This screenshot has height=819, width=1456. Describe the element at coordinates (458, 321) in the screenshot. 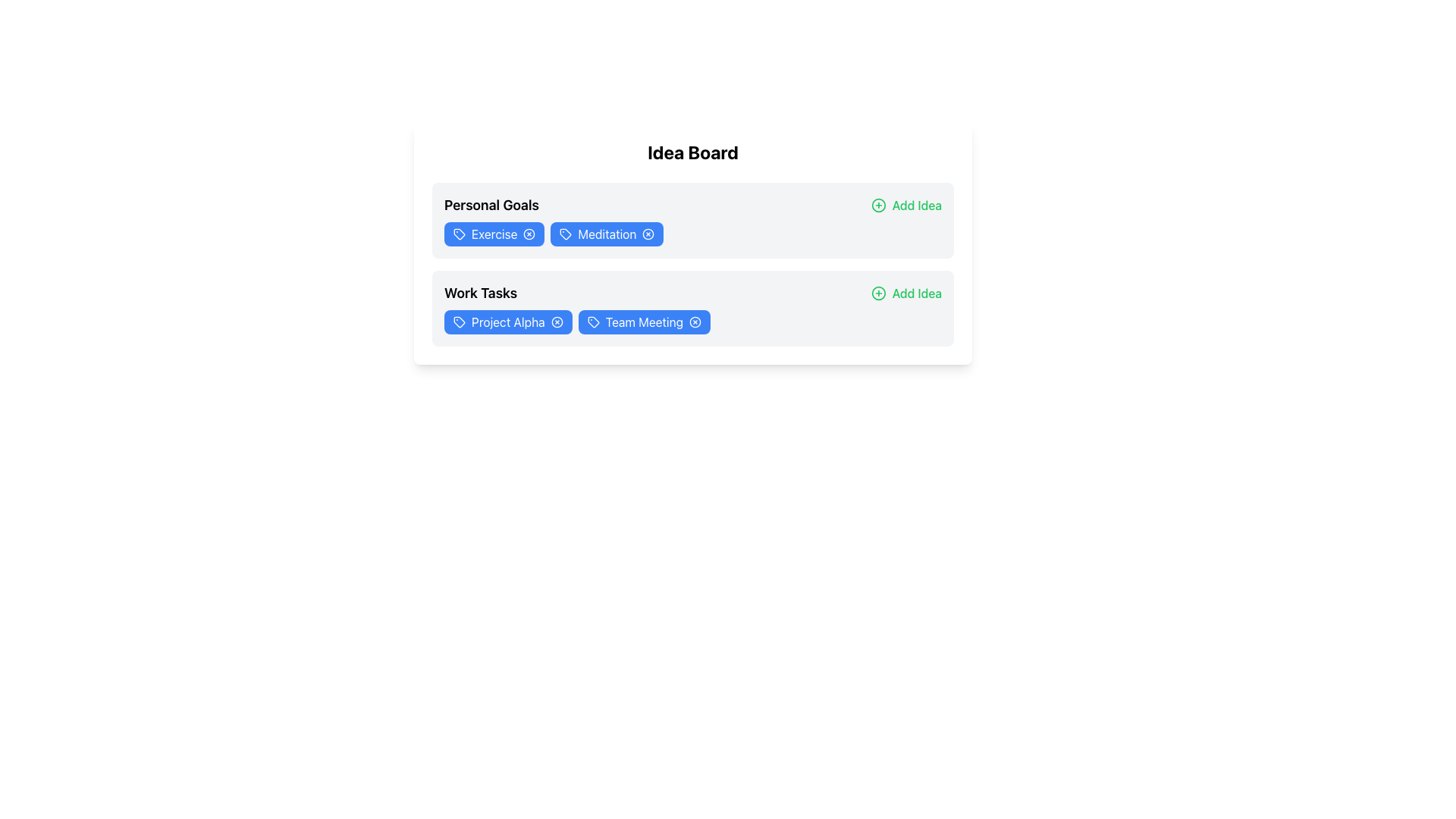

I see `the tag-shaped SVG icon element preceding the text 'Project Alpha' in the 'Work Tasks' section` at that location.